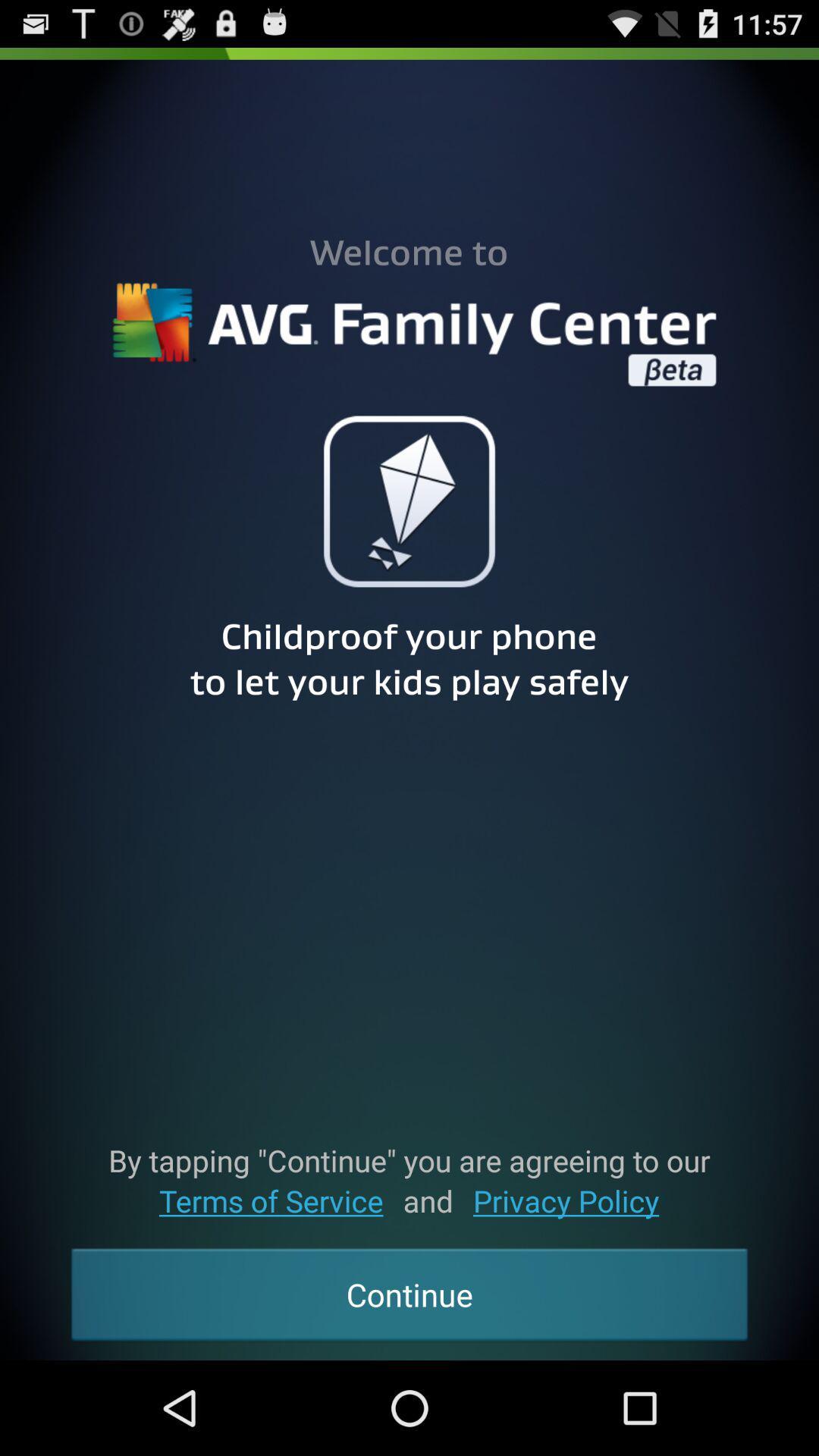 Image resolution: width=819 pixels, height=1456 pixels. Describe the element at coordinates (270, 1200) in the screenshot. I see `item to the left of the and icon` at that location.